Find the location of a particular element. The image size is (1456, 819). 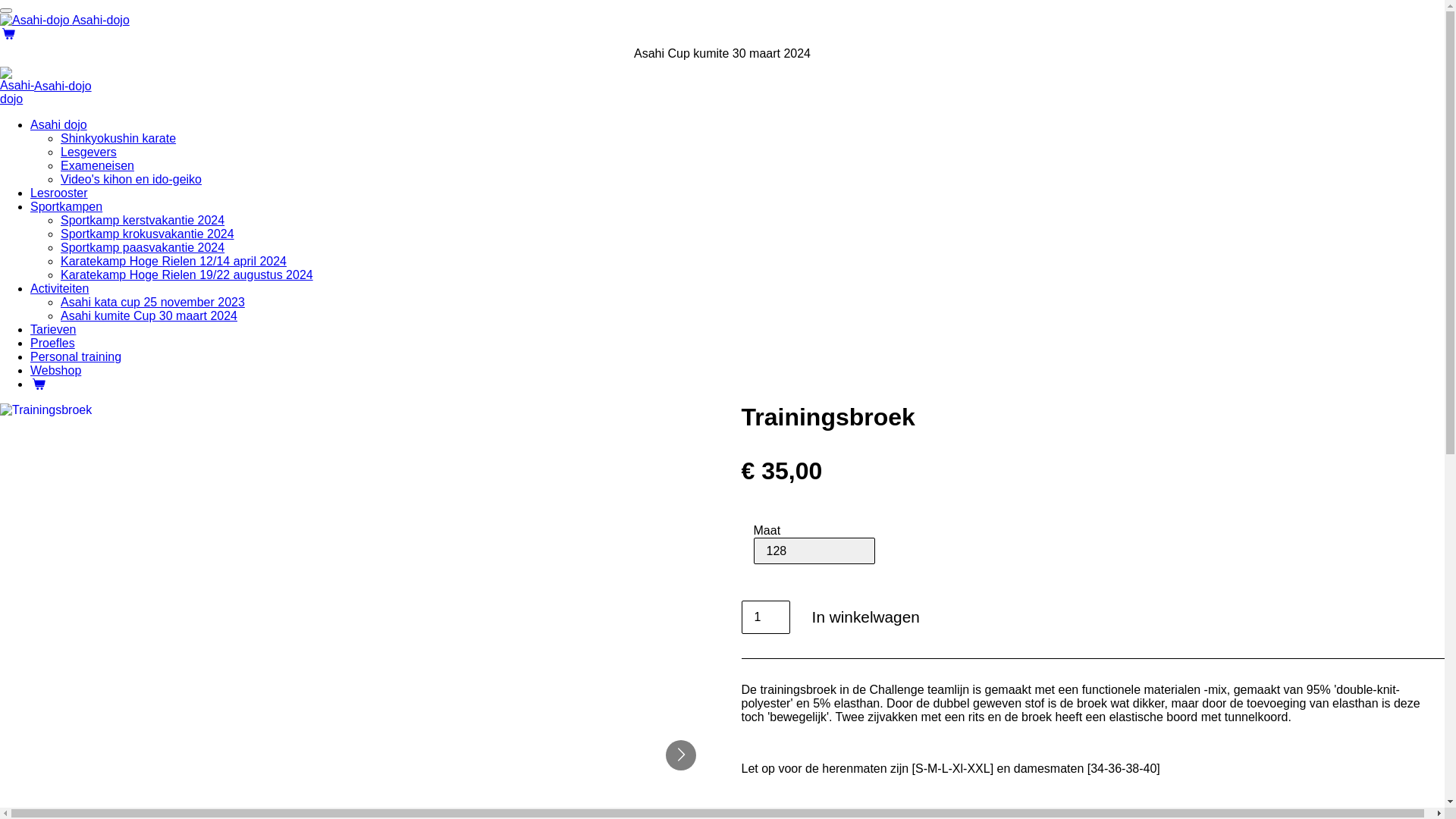

'Proefles' is located at coordinates (30, 343).